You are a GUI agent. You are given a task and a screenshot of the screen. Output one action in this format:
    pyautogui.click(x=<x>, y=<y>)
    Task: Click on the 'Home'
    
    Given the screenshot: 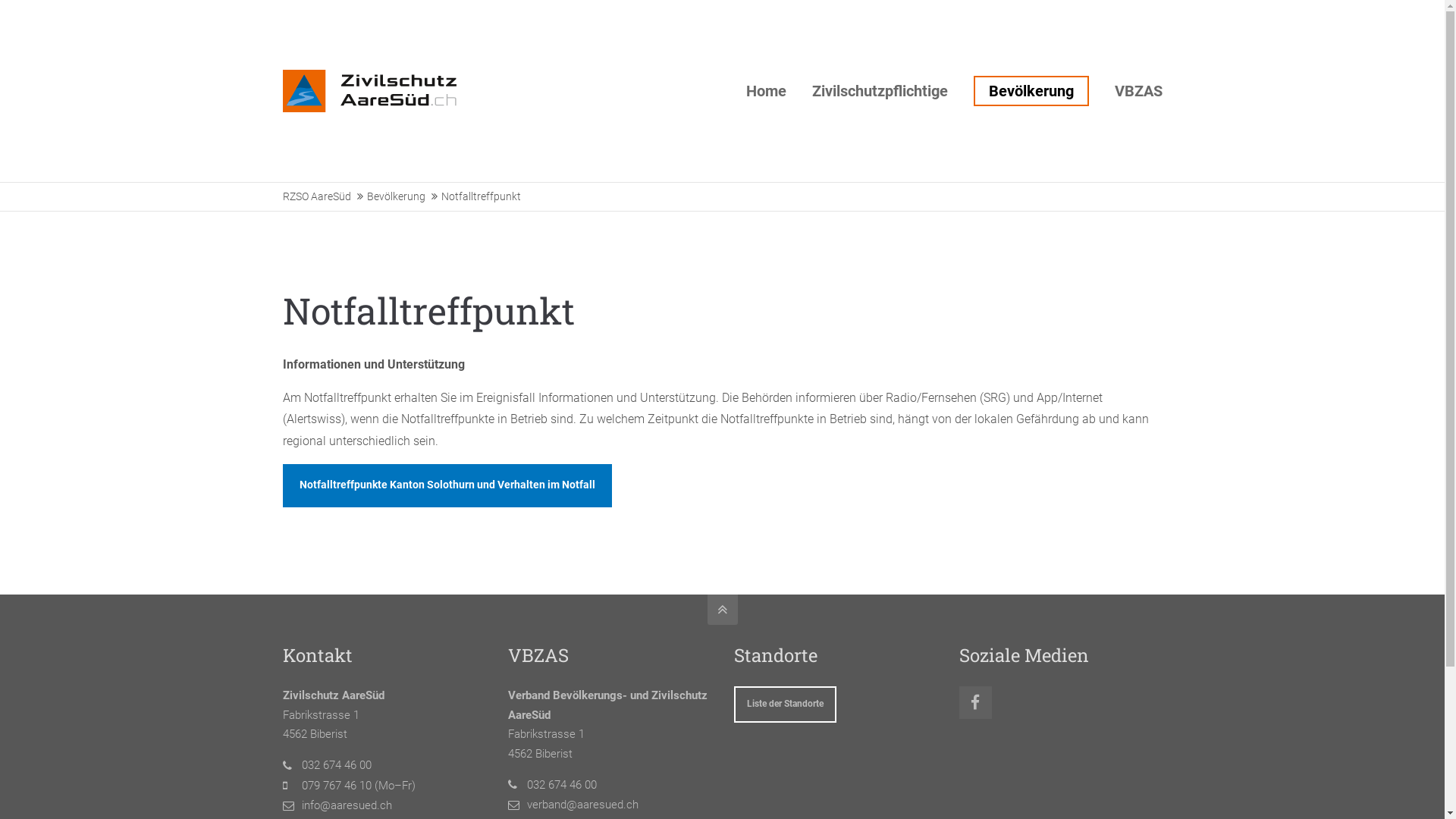 What is the action you would take?
    pyautogui.click(x=766, y=90)
    